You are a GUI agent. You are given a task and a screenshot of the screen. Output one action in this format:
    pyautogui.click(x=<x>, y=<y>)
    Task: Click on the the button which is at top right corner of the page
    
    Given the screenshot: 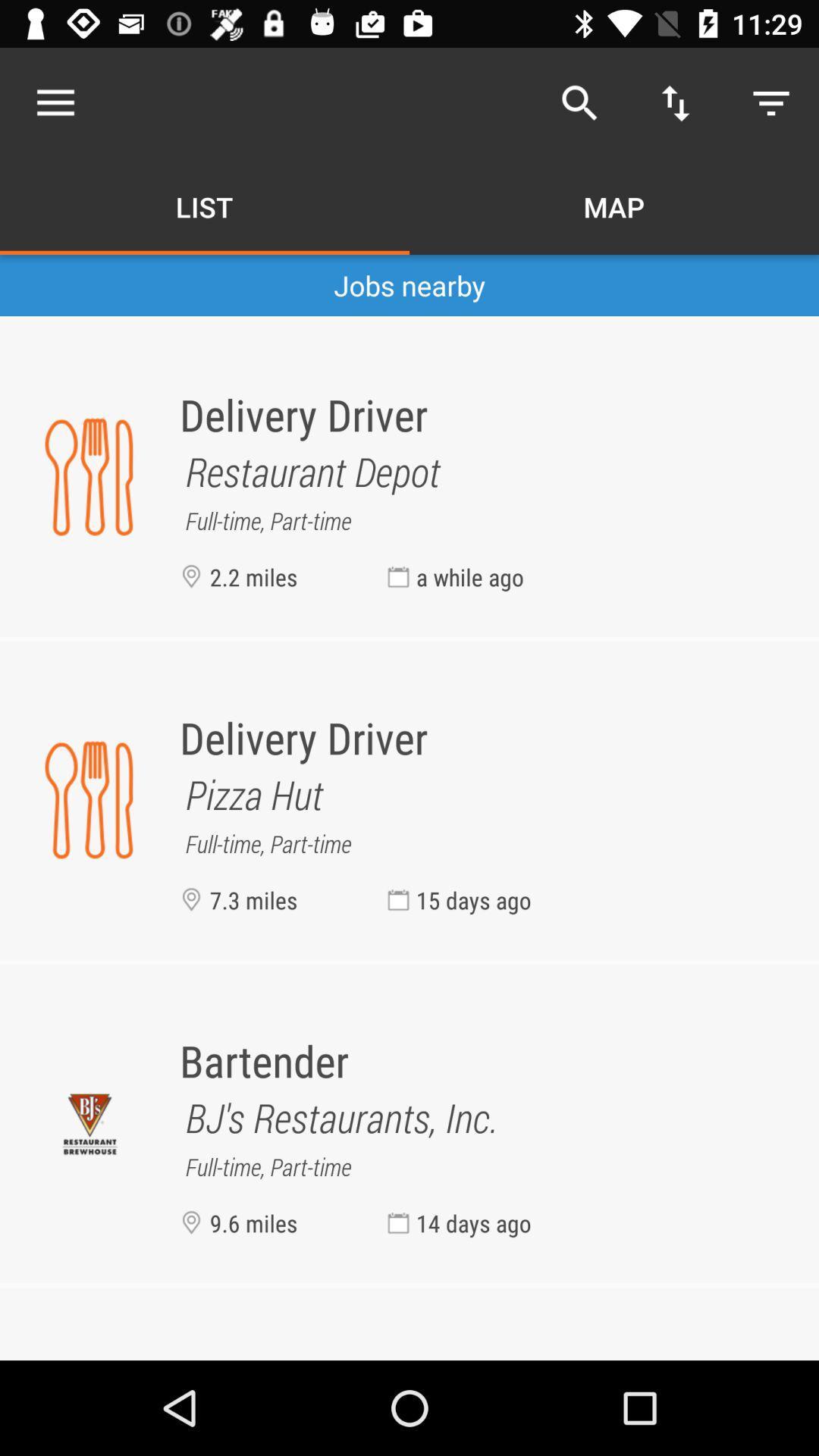 What is the action you would take?
    pyautogui.click(x=771, y=103)
    